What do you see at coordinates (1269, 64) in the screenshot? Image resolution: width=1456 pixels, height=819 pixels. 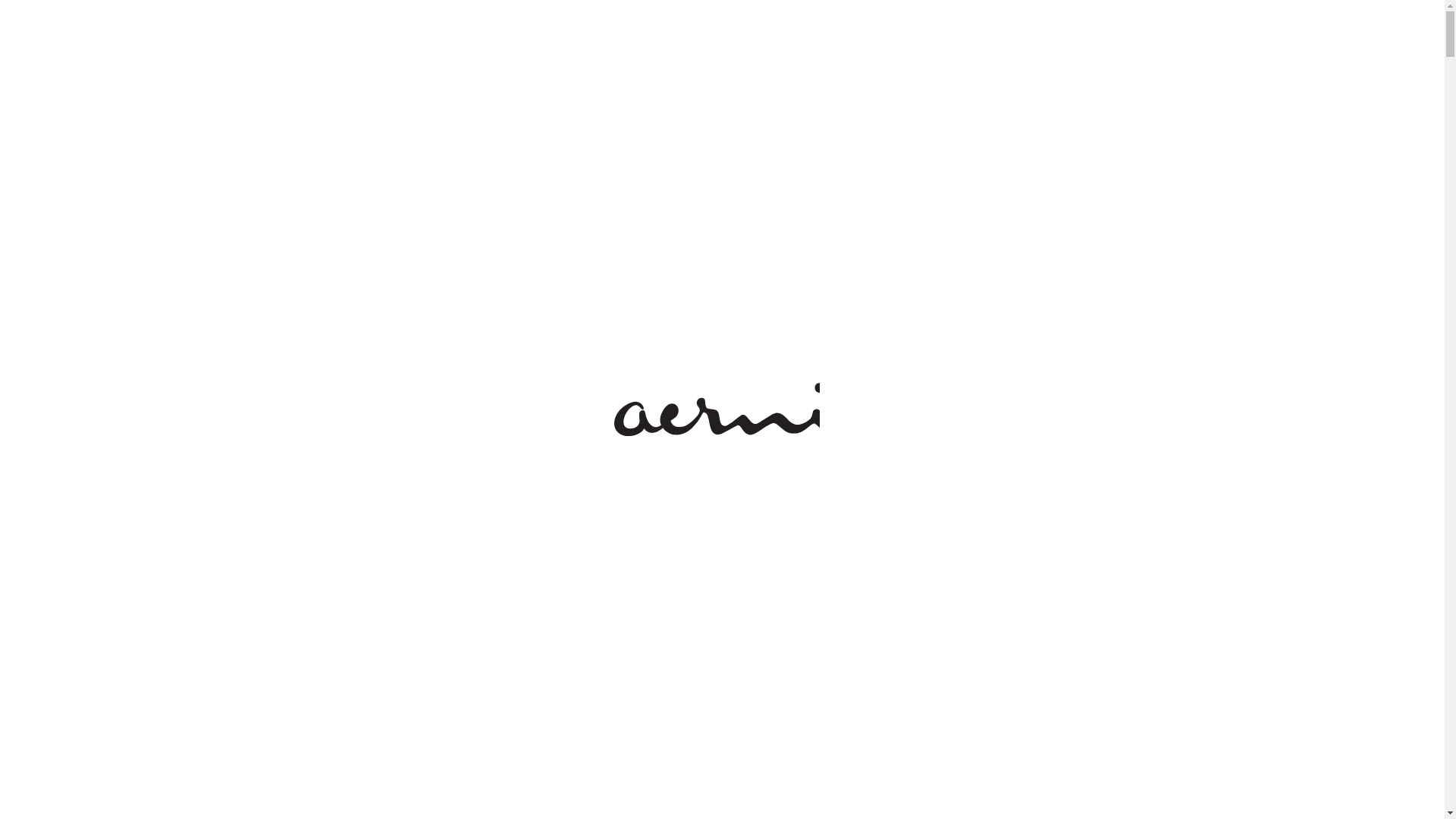 I see `'SHOP'` at bounding box center [1269, 64].